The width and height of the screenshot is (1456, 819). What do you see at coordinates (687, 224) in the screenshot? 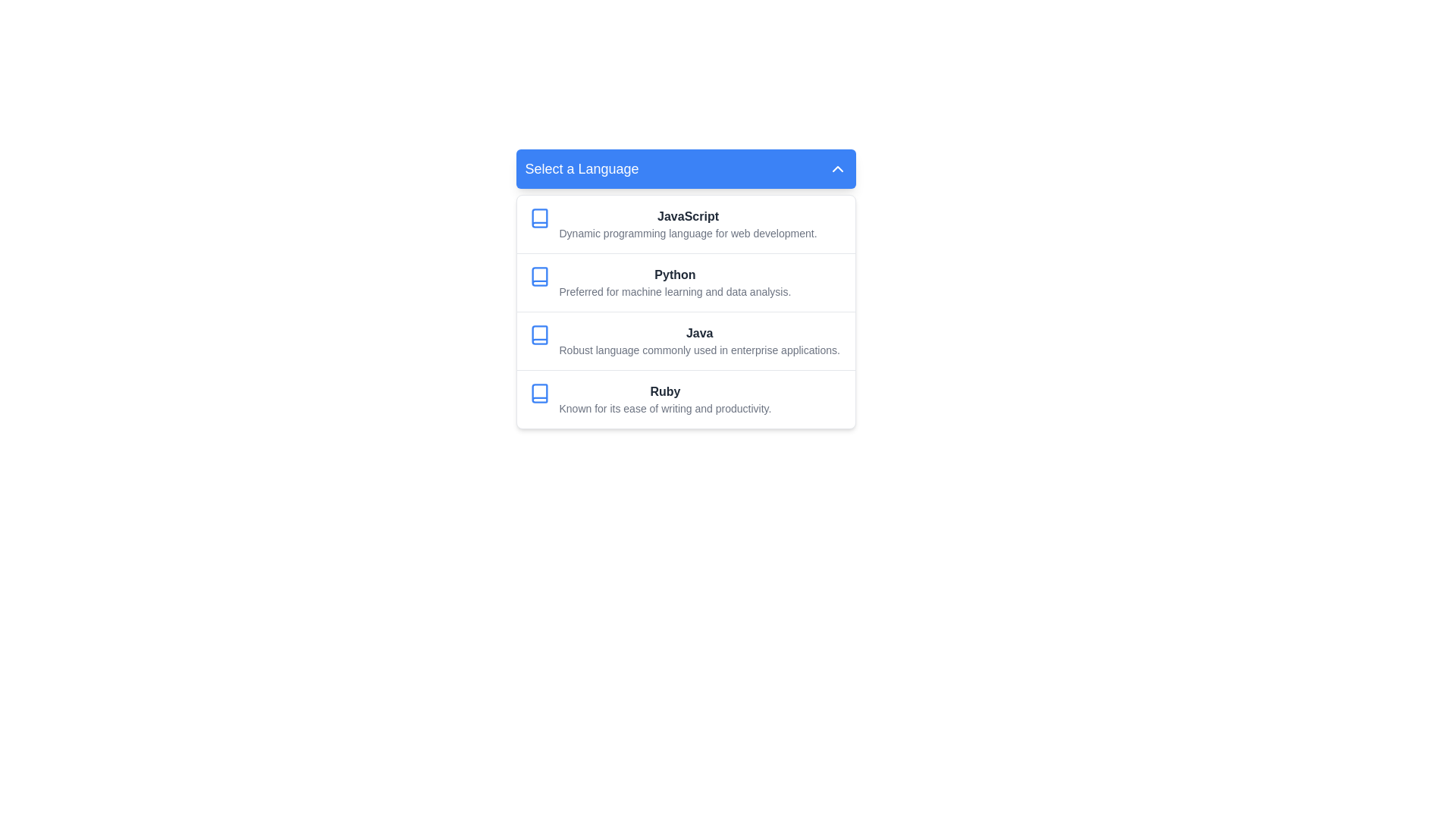
I see `the first list item representing the programming language 'JavaScript' in the 'Select a Language' dropdown menu` at bounding box center [687, 224].